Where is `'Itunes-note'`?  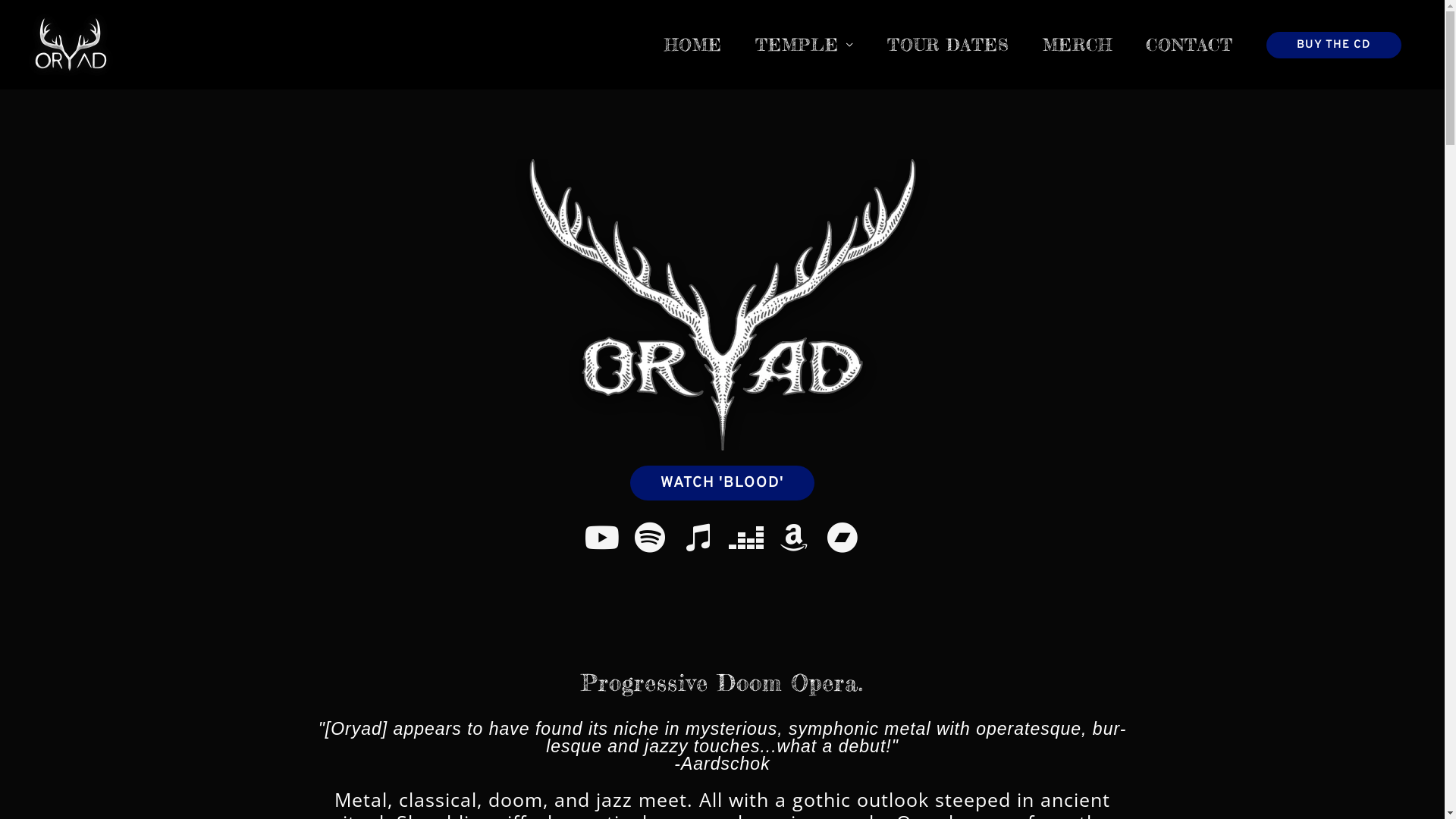 'Itunes-note' is located at coordinates (697, 536).